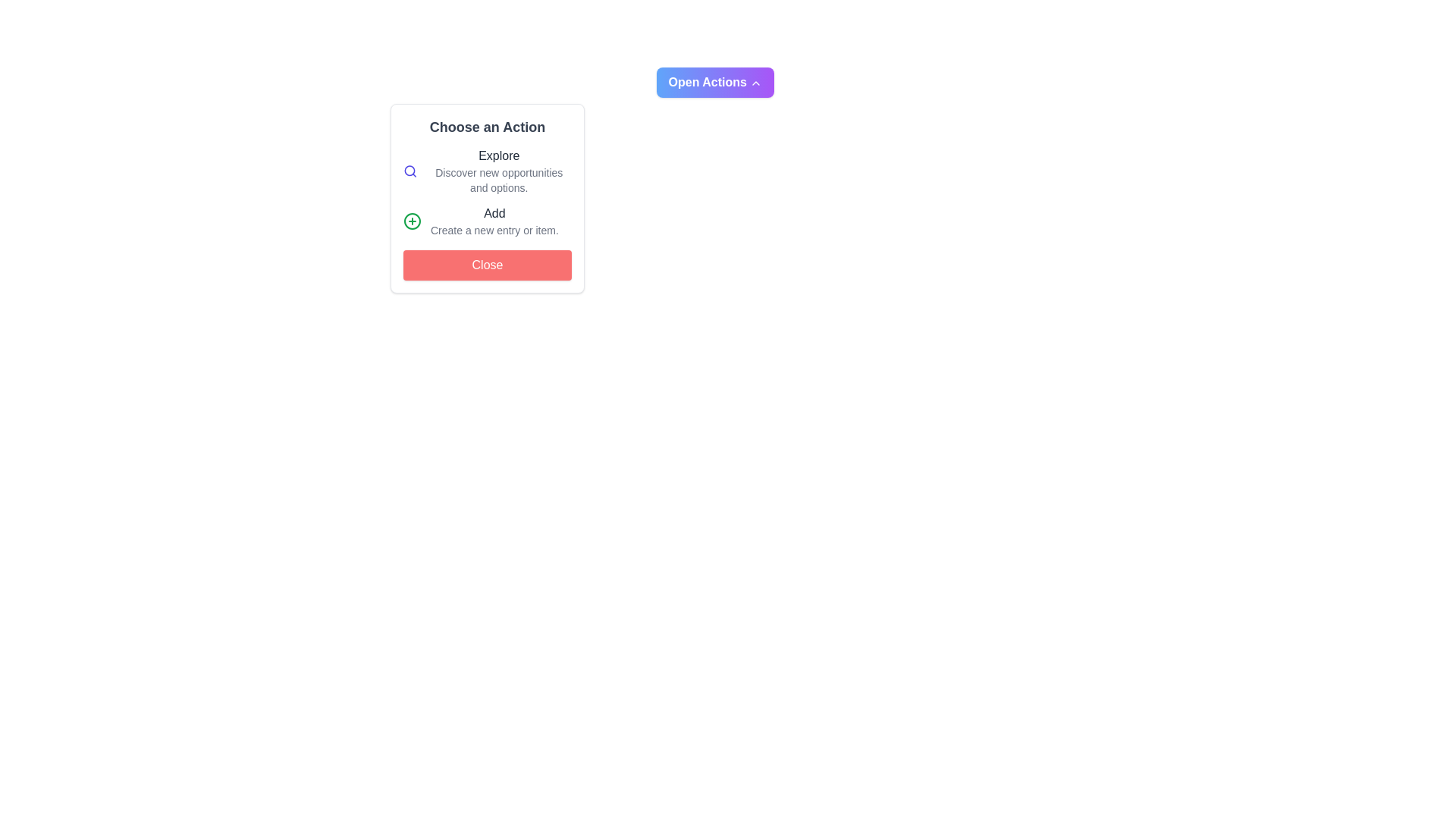  Describe the element at coordinates (499, 171) in the screenshot. I see `the text block labeled 'Explore' which contains the subheading 'Discover new opportunities and options.' in the 'Choose an Action' dialog box` at that location.